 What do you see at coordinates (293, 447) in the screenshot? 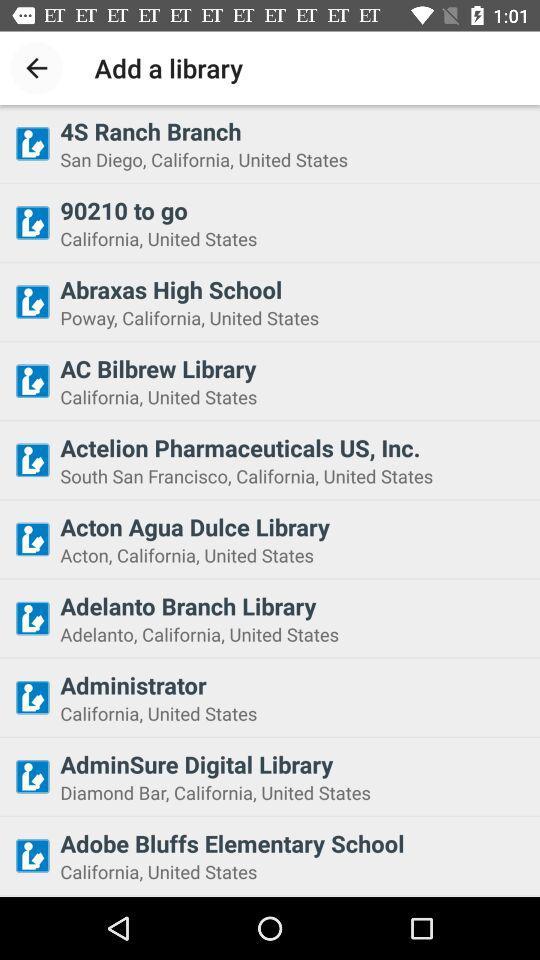
I see `actelion pharmaceuticals us` at bounding box center [293, 447].